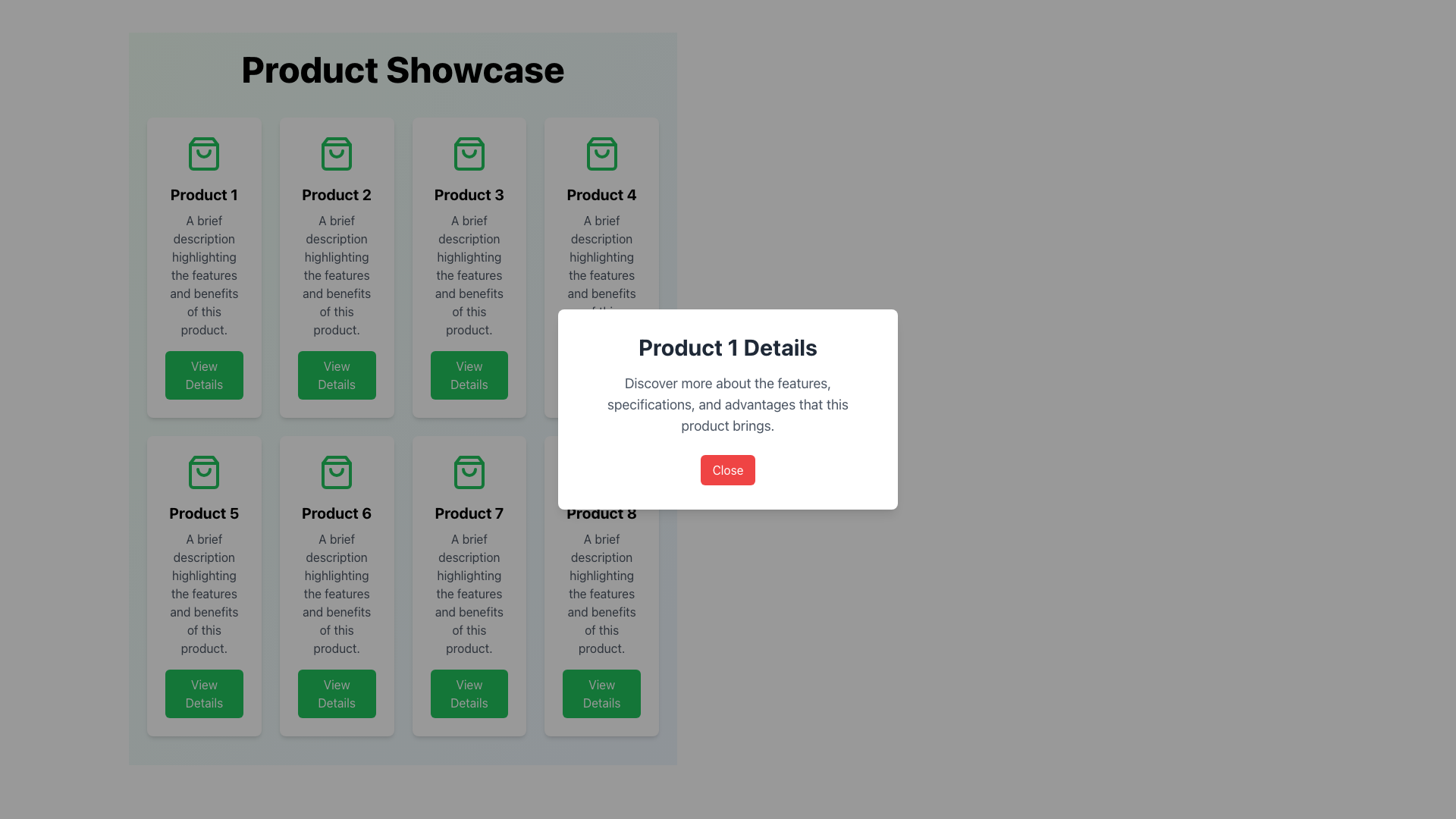 The width and height of the screenshot is (1456, 819). What do you see at coordinates (336, 154) in the screenshot?
I see `the green shopping bag icon representing the main body of the bag in the product grid for 'Product 2', located in the top row, second column from the left` at bounding box center [336, 154].